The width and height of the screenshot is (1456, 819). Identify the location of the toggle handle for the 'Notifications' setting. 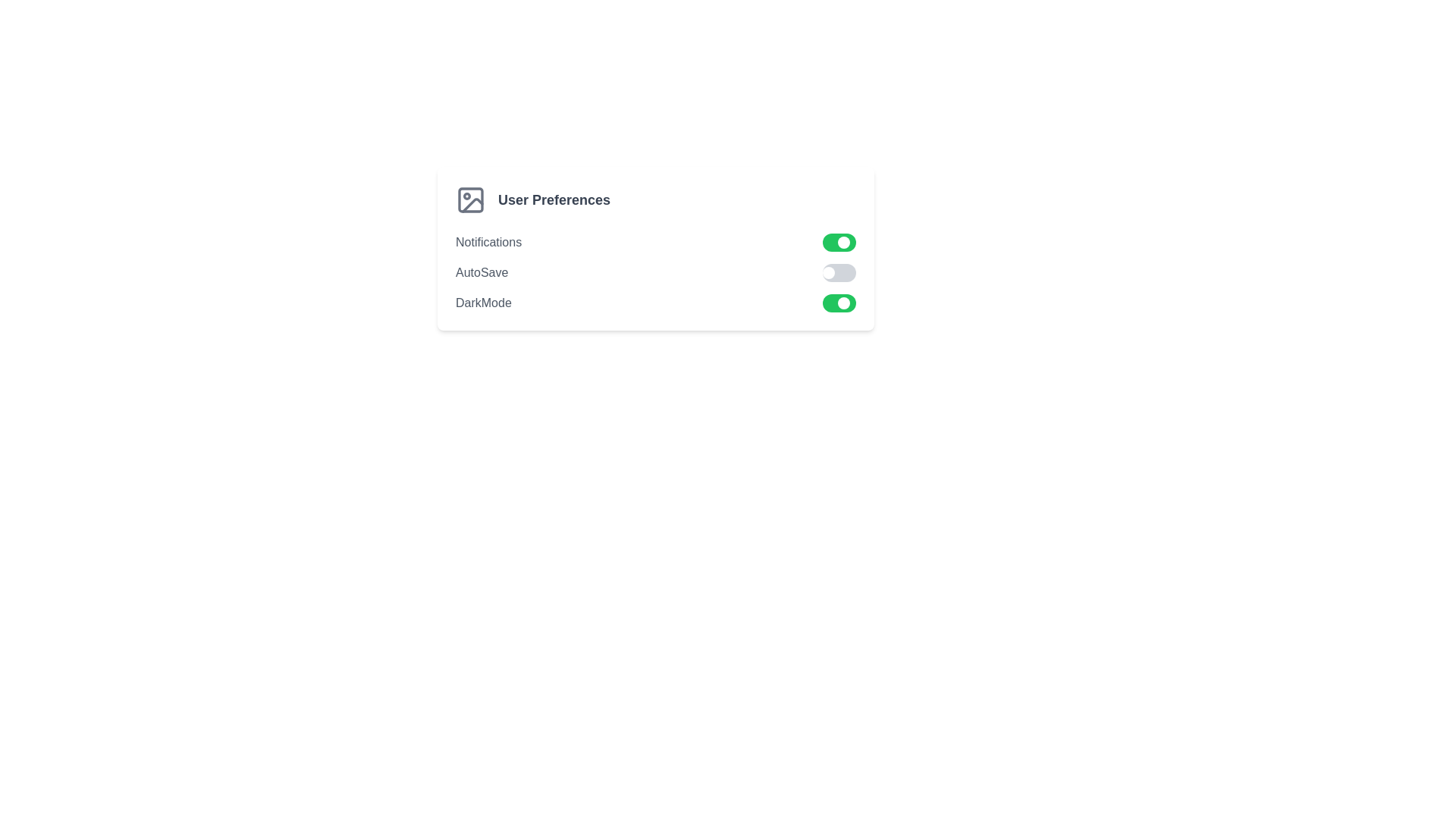
(843, 242).